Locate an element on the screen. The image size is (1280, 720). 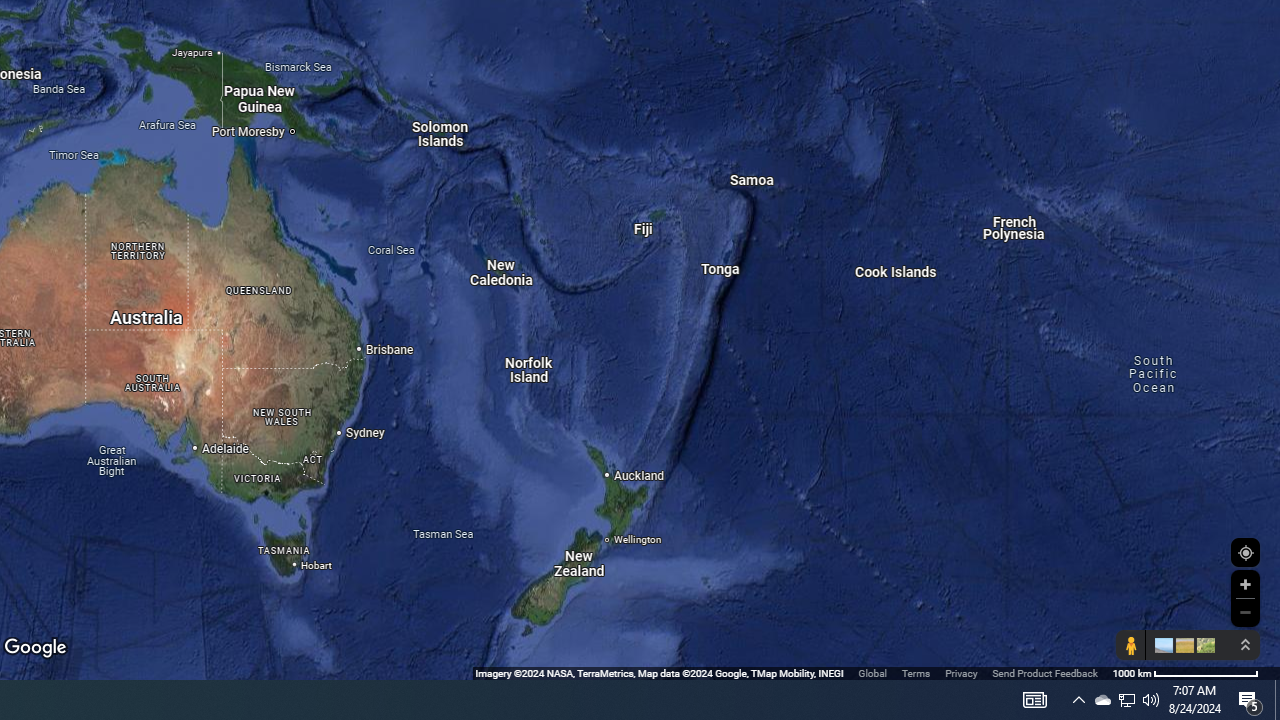
'Send Product Feedback' is located at coordinates (1044, 673).